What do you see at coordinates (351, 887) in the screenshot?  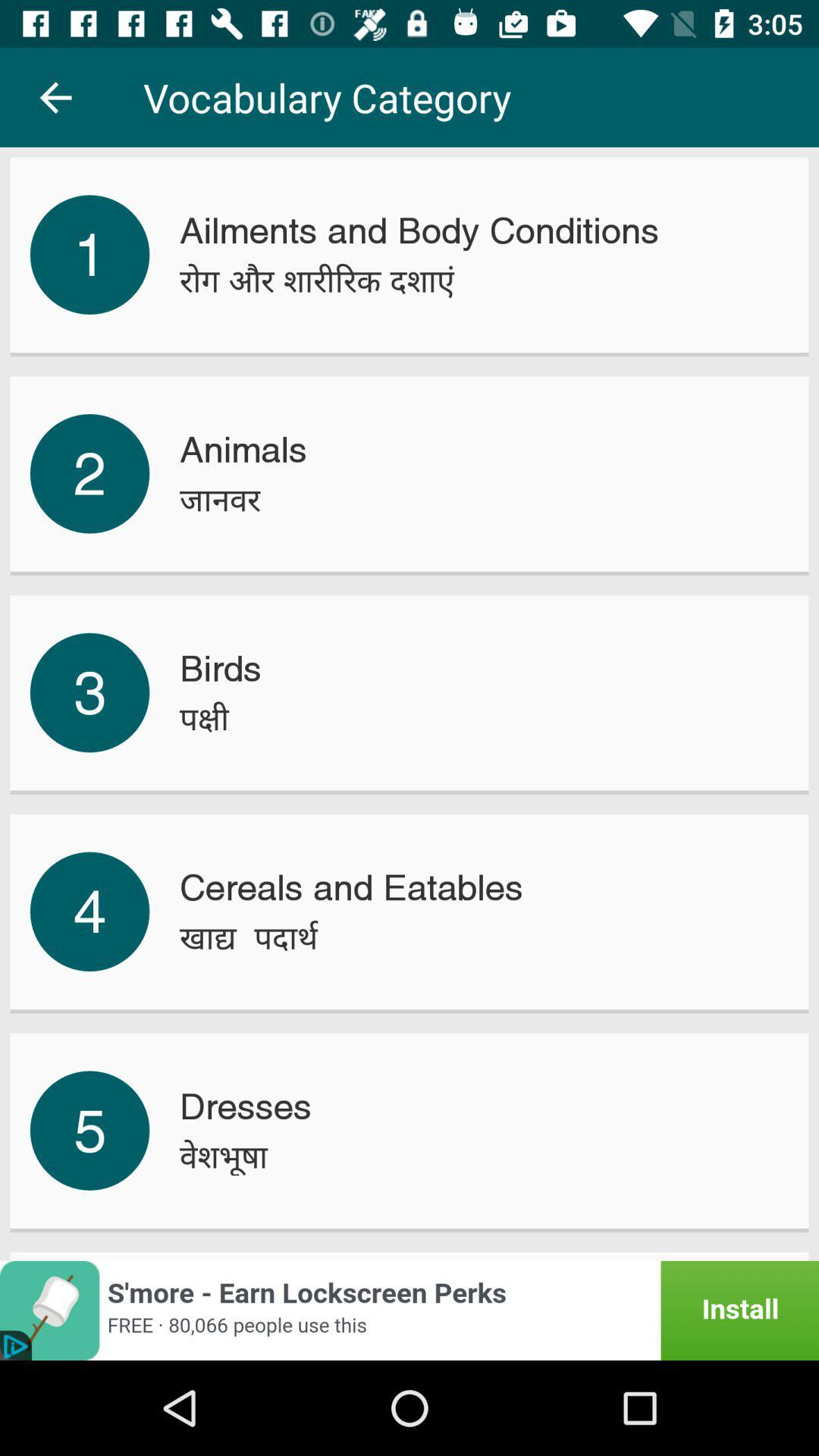 I see `the cereals and eatables` at bounding box center [351, 887].